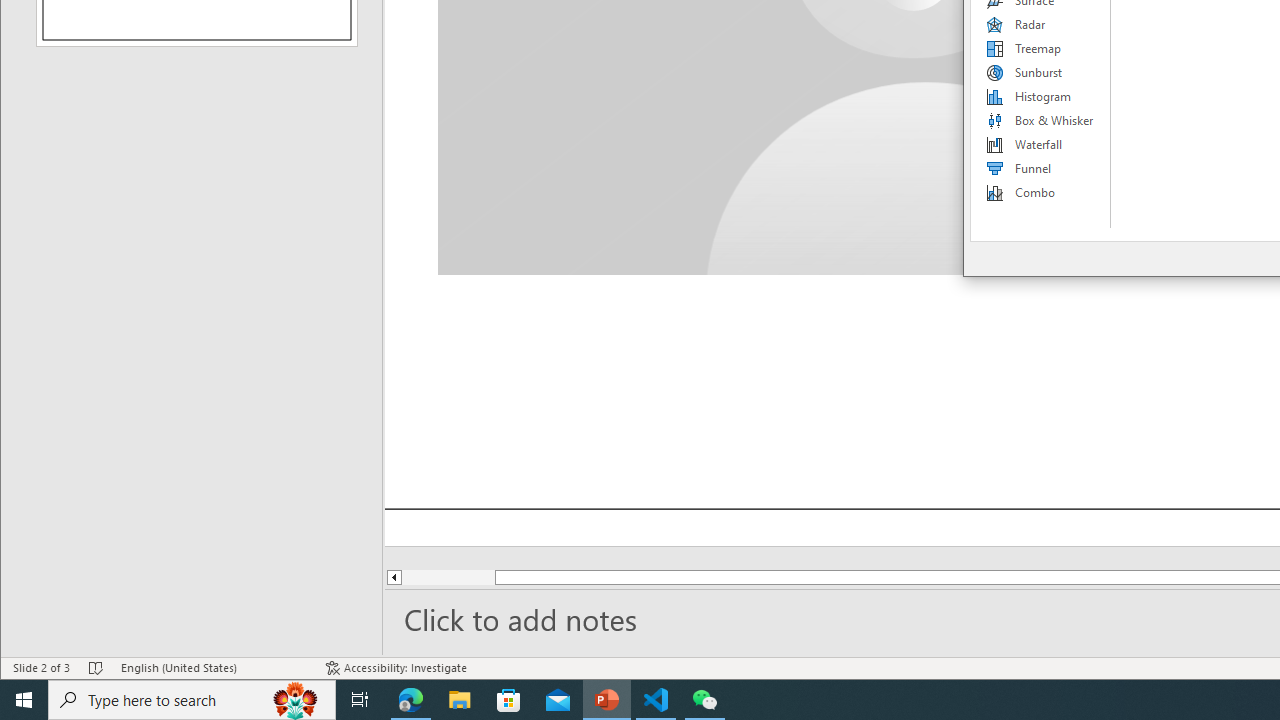  I want to click on 'Search highlights icon opens search home window', so click(294, 698).